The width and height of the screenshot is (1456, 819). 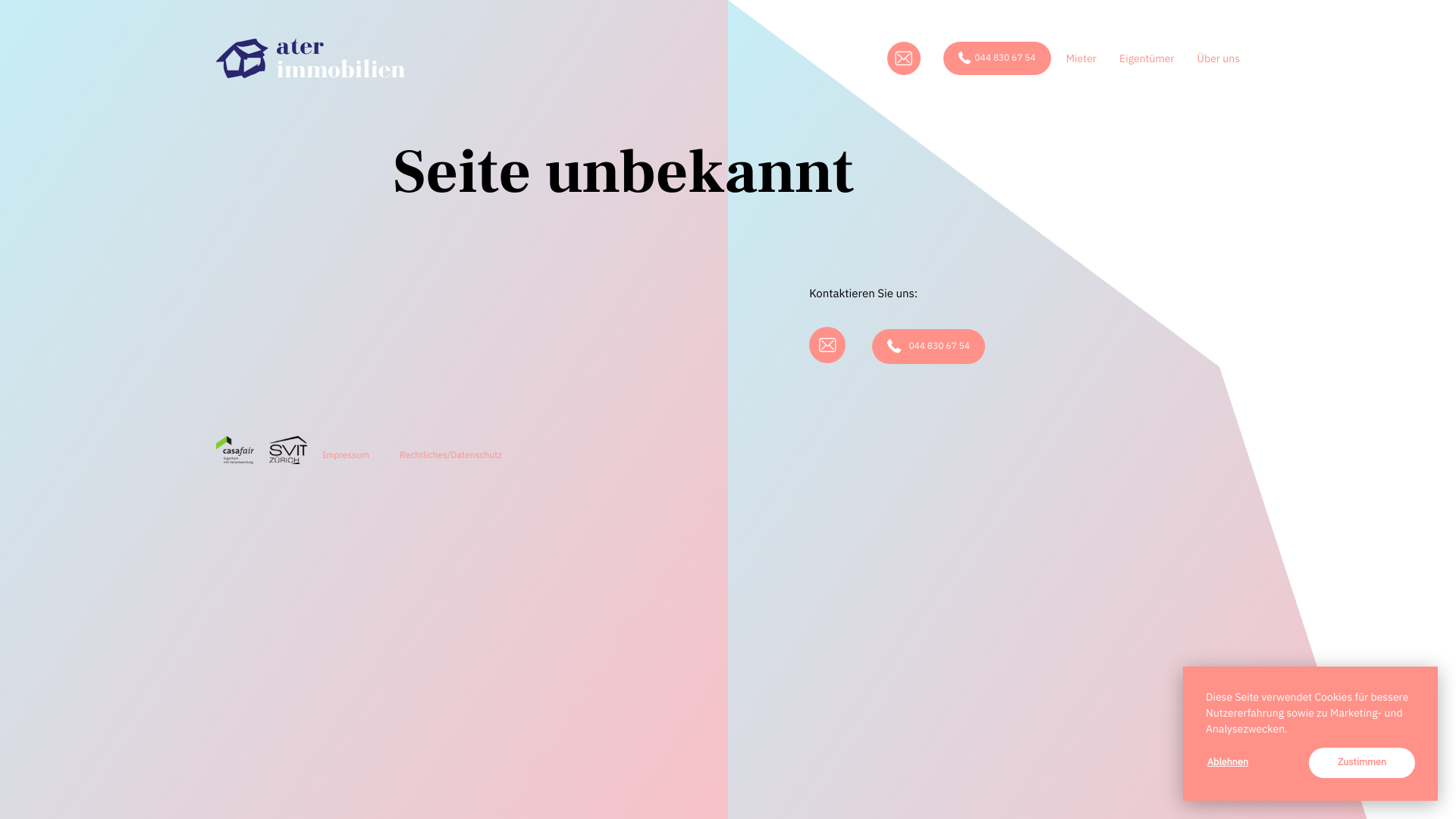 What do you see at coordinates (1361, 763) in the screenshot?
I see `'Zustimmen'` at bounding box center [1361, 763].